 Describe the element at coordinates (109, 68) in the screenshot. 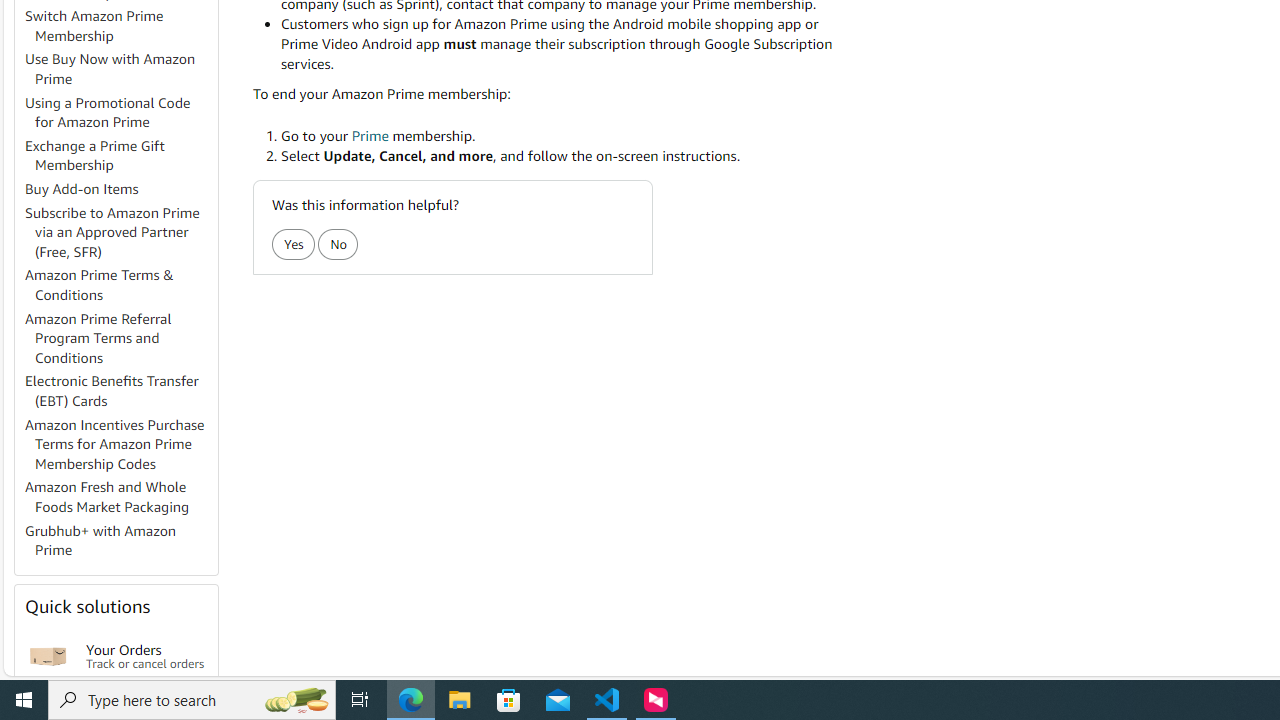

I see `'Use Buy Now with Amazon Prime'` at that location.